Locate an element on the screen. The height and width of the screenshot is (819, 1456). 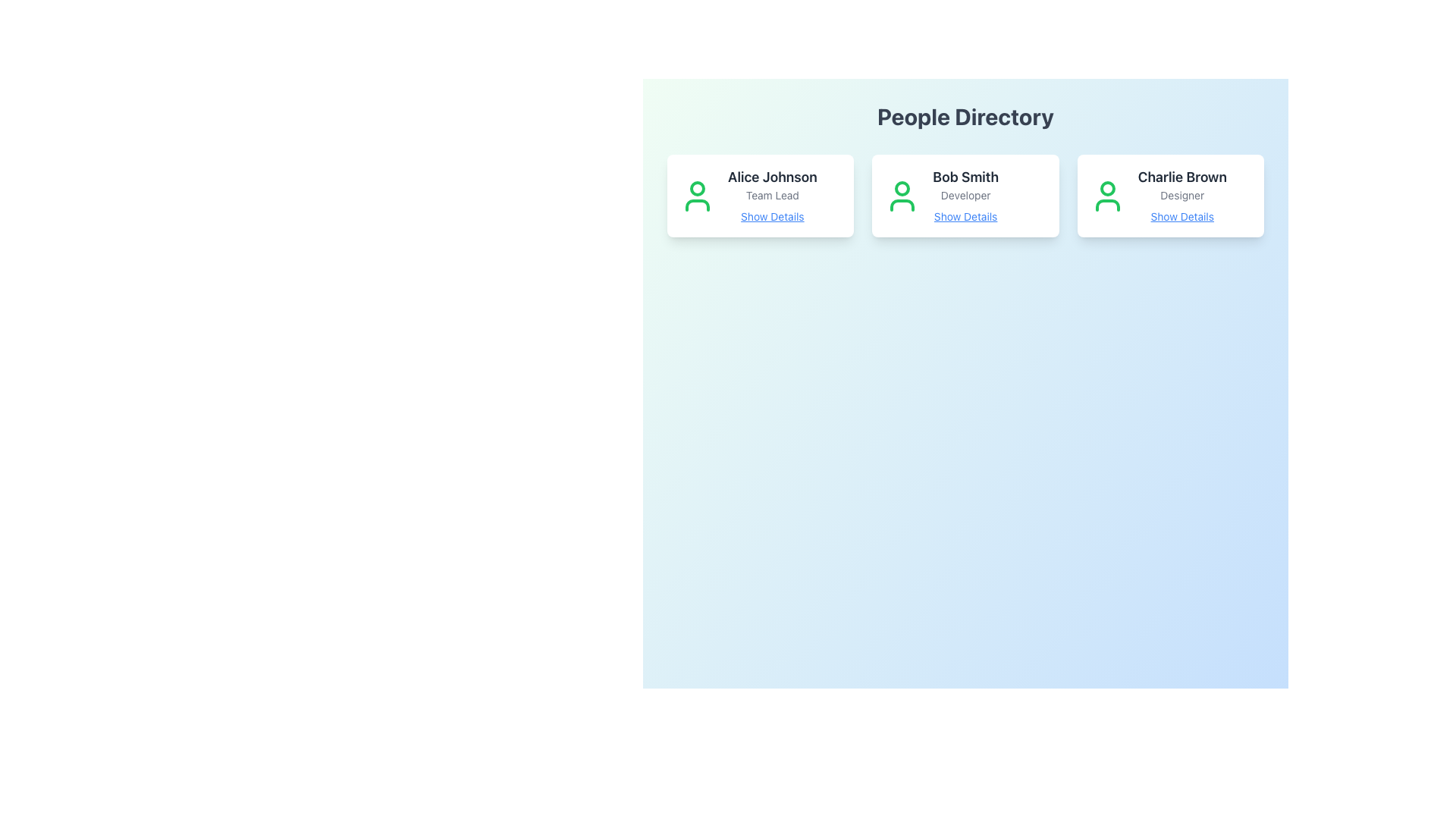
the interactive link located at the bottom of the card associated with 'Bob Smith', beneath the text 'Developer' is located at coordinates (964, 216).